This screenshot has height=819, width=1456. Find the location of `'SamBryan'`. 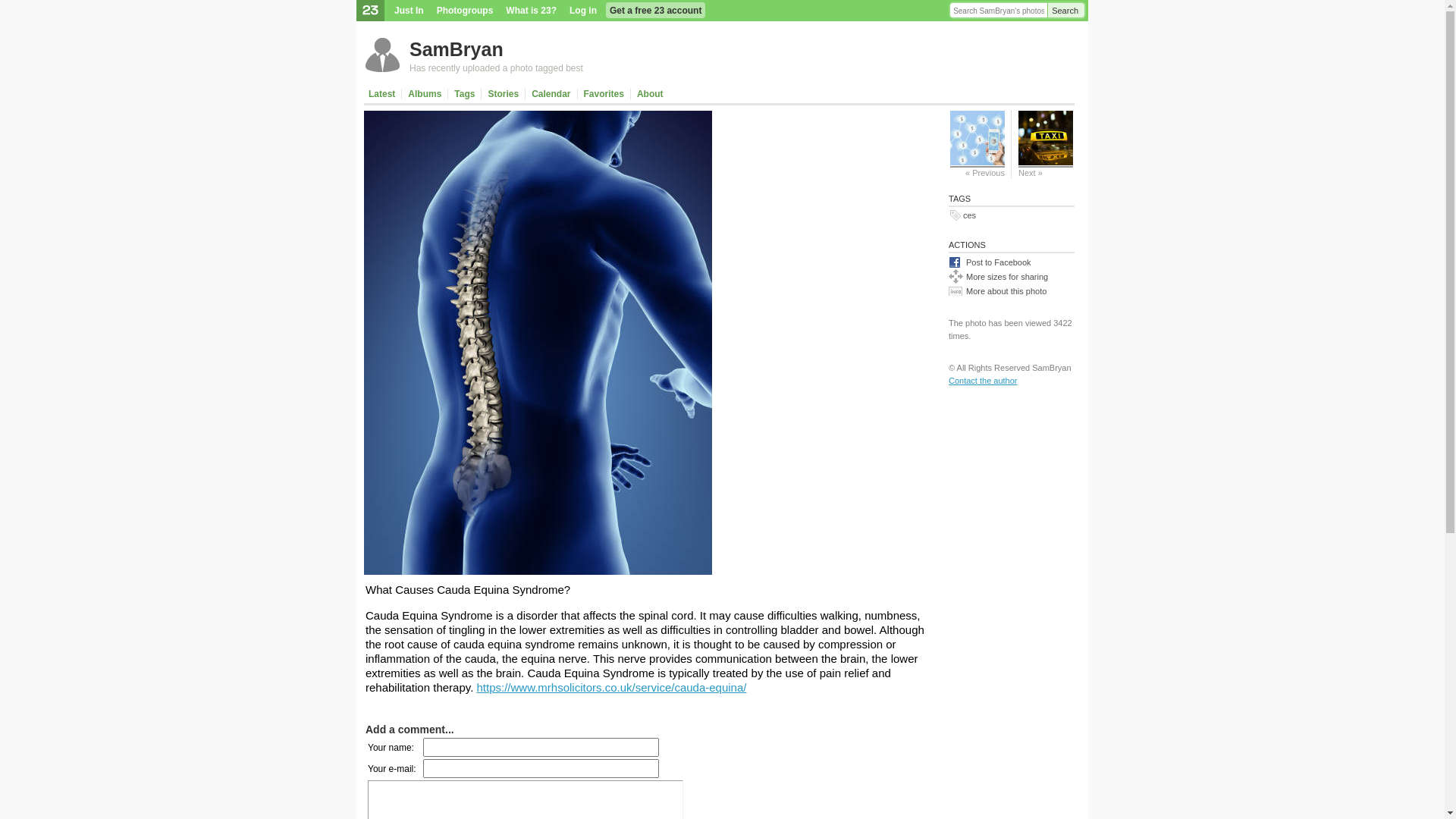

'SamBryan' is located at coordinates (455, 49).